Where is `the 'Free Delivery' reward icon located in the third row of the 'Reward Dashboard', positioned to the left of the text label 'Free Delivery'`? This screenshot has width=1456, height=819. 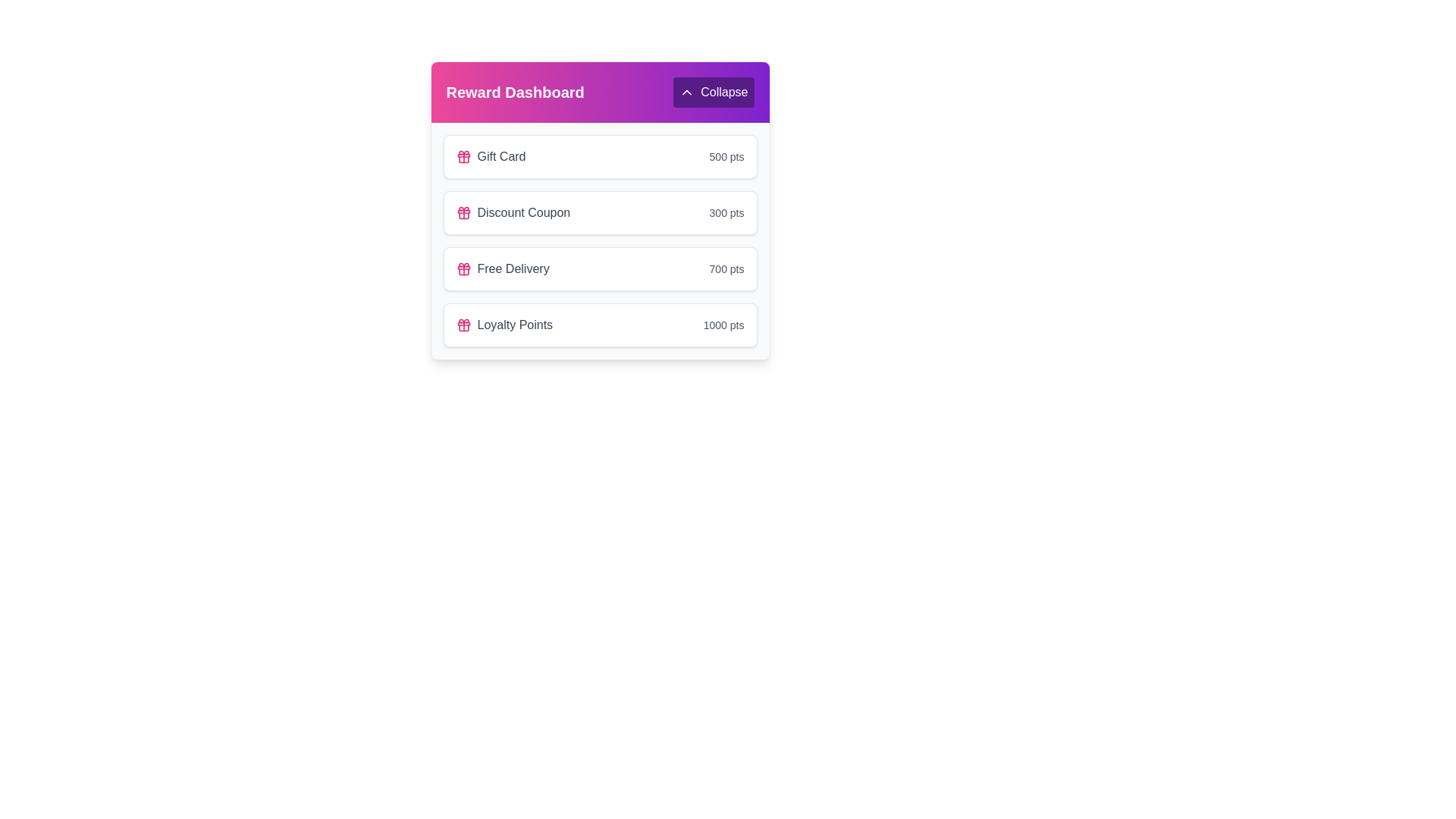
the 'Free Delivery' reward icon located in the third row of the 'Reward Dashboard', positioned to the left of the text label 'Free Delivery' is located at coordinates (463, 268).